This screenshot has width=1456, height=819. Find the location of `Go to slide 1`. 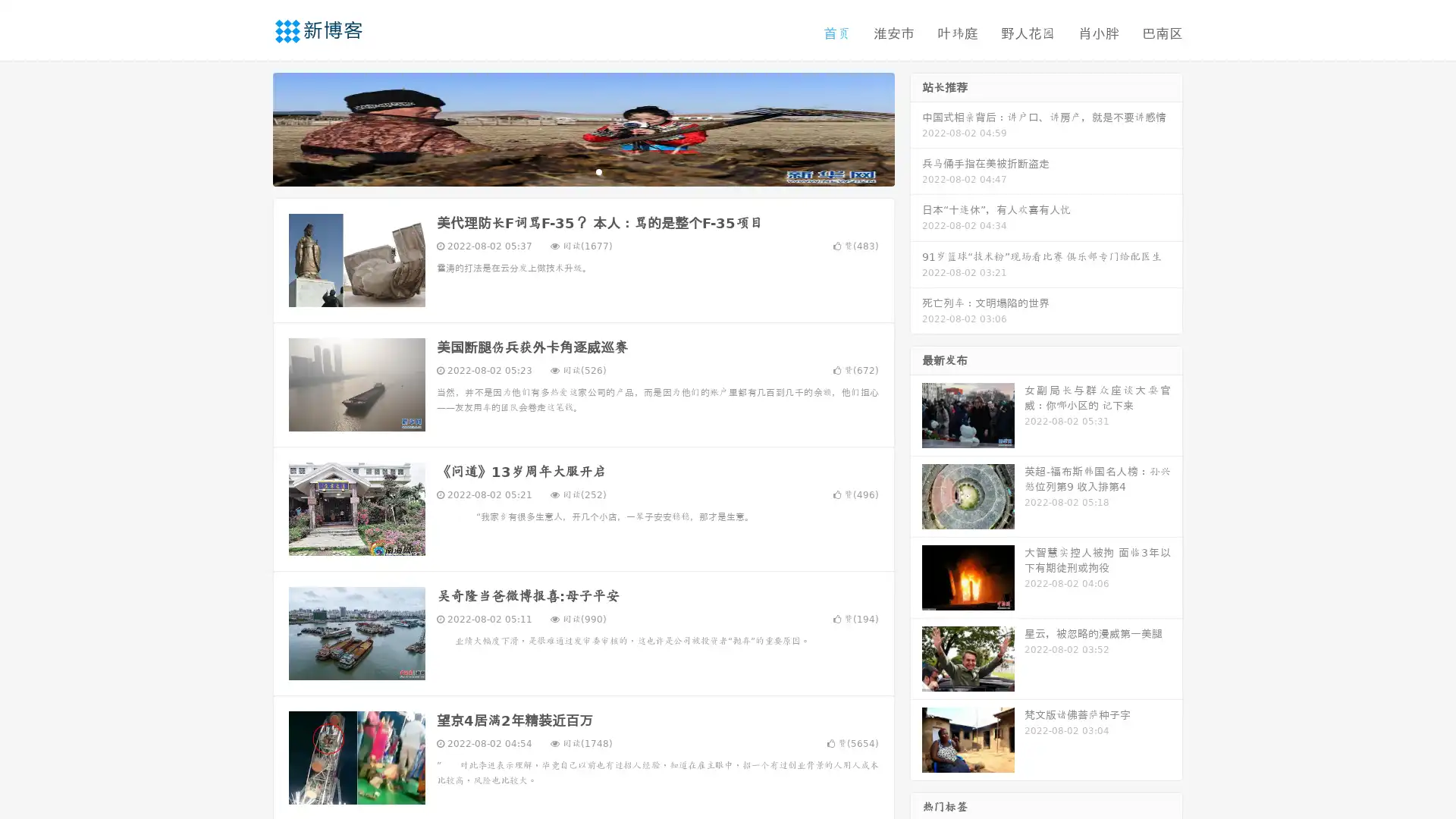

Go to slide 1 is located at coordinates (567, 171).